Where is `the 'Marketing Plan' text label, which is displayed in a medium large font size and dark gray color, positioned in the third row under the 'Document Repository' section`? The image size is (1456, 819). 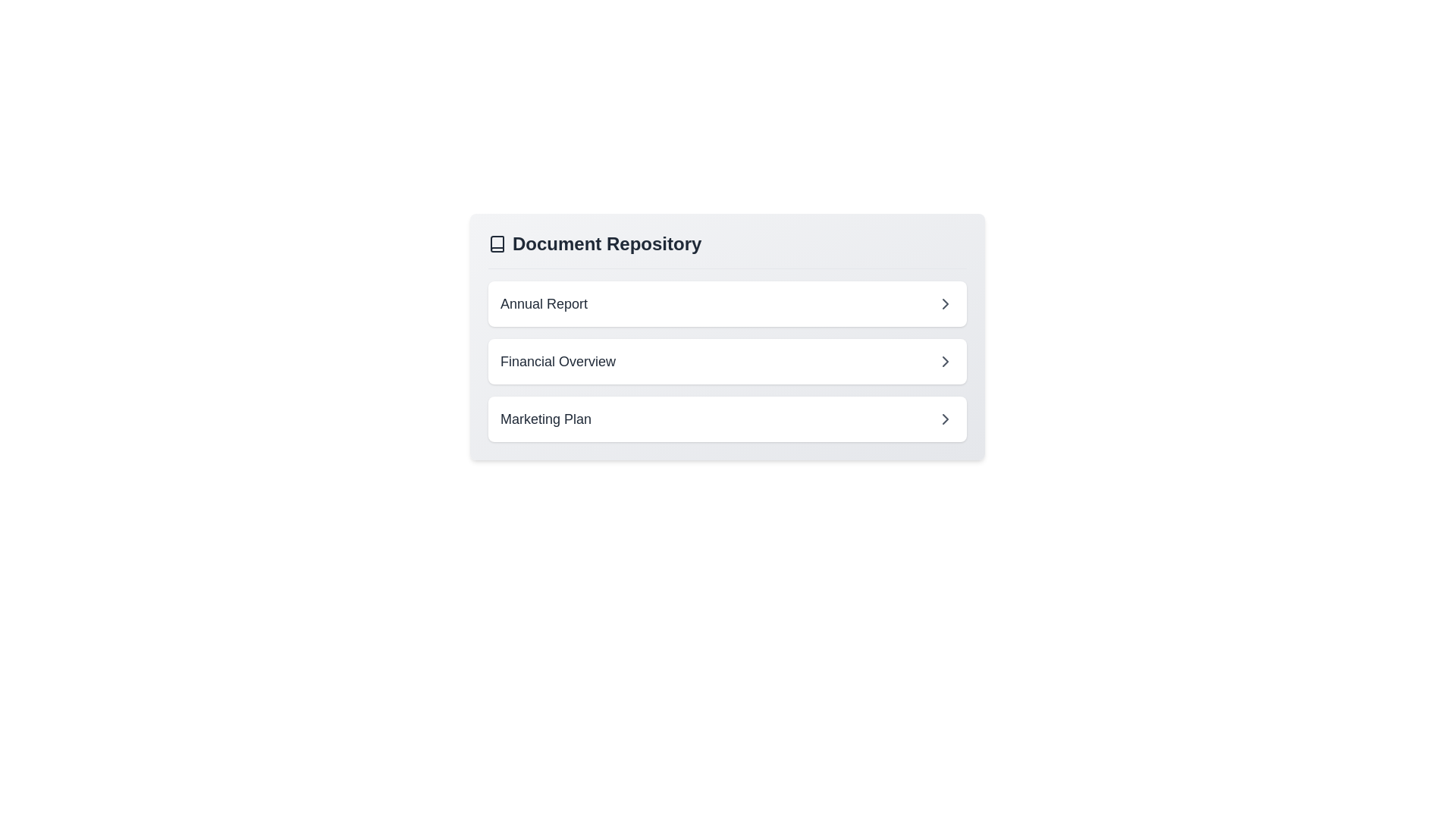
the 'Marketing Plan' text label, which is displayed in a medium large font size and dark gray color, positioned in the third row under the 'Document Repository' section is located at coordinates (546, 419).